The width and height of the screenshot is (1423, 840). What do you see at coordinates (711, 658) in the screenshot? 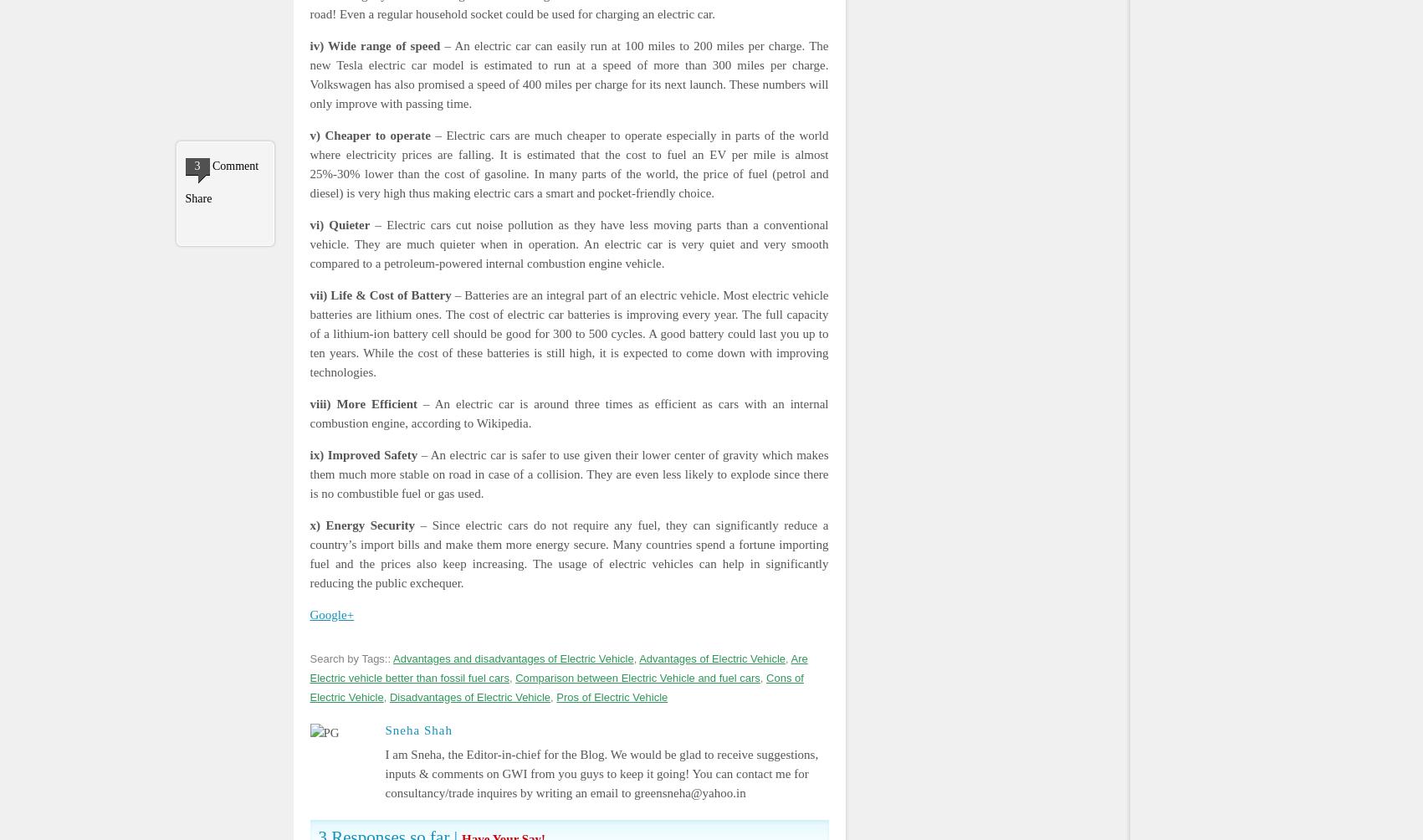
I see `'Advantages of Electric Vehicle'` at bounding box center [711, 658].